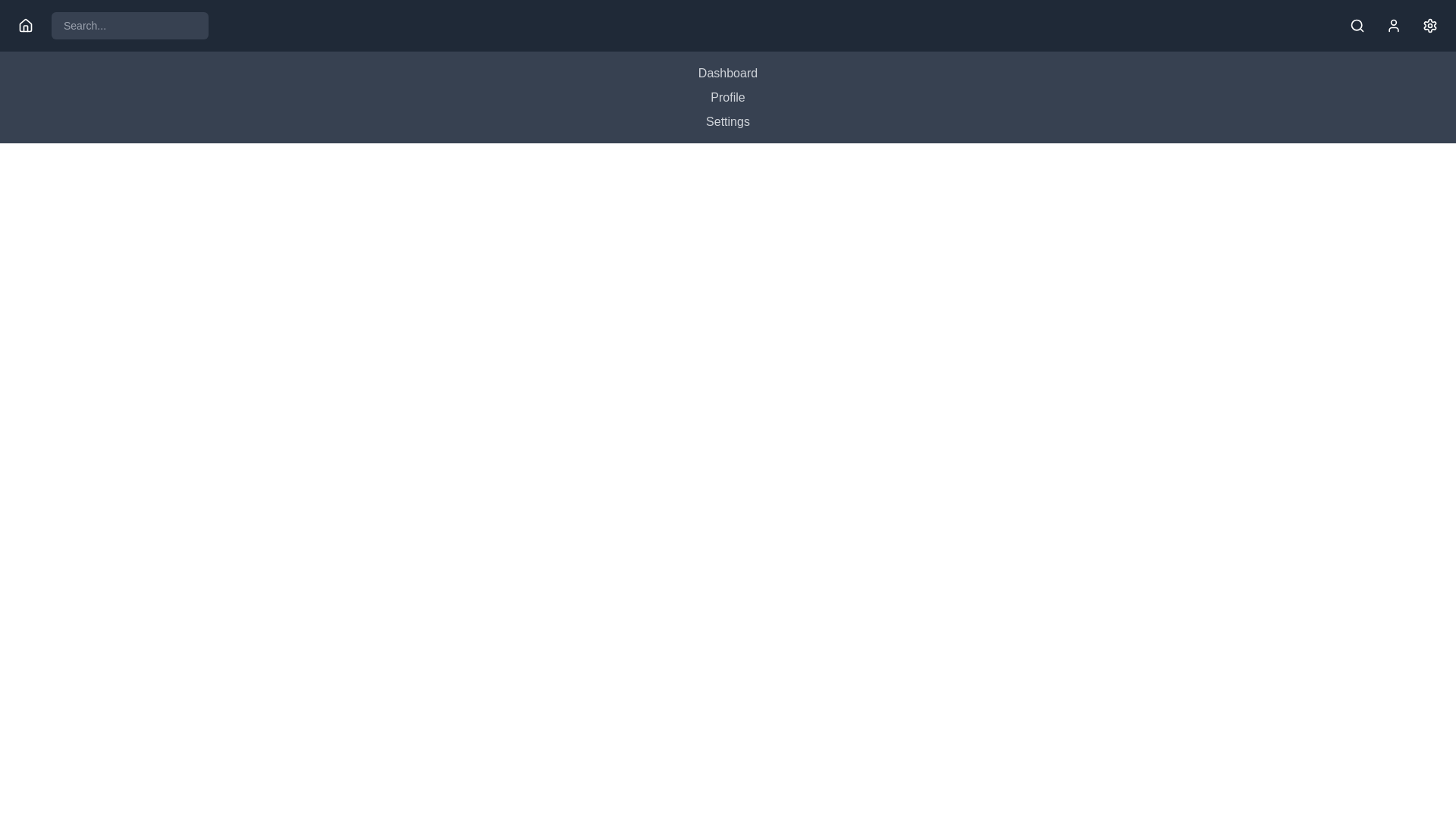  I want to click on the 'Settings' button, which is the last item in a vertical list of navigation options including 'Dashboard' and 'Profile', so click(728, 121).